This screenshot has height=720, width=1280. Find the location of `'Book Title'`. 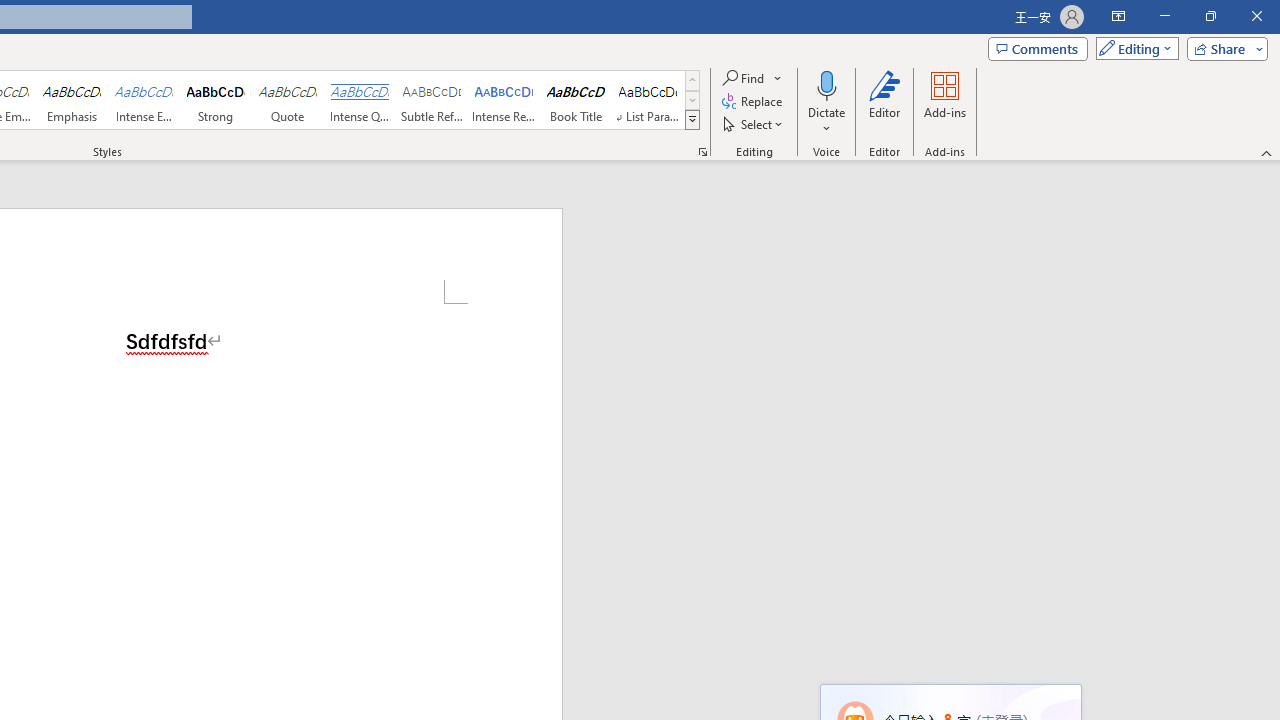

'Book Title' is located at coordinates (575, 100).